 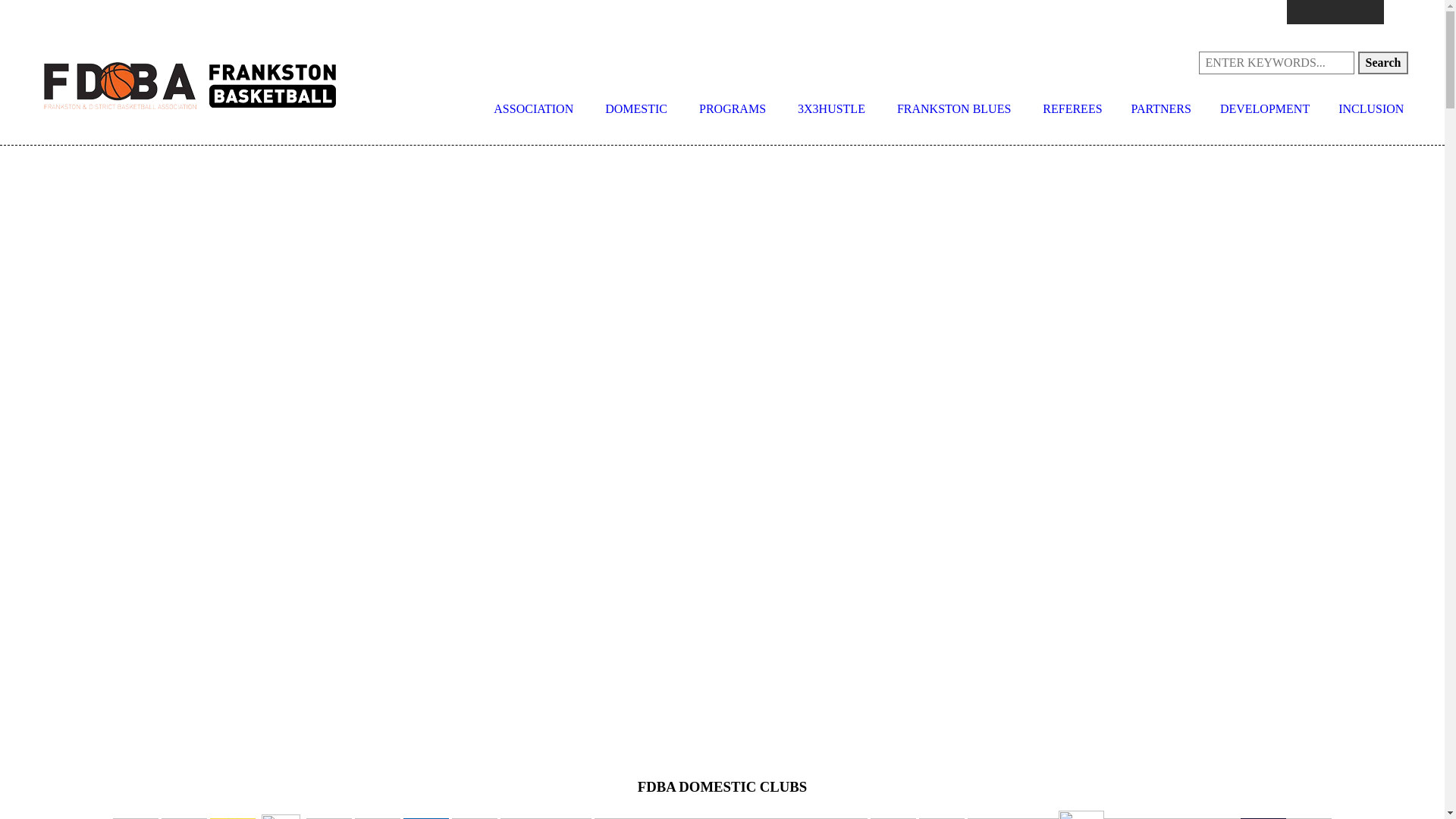 I want to click on 'Instagram', so click(x=1323, y=11).